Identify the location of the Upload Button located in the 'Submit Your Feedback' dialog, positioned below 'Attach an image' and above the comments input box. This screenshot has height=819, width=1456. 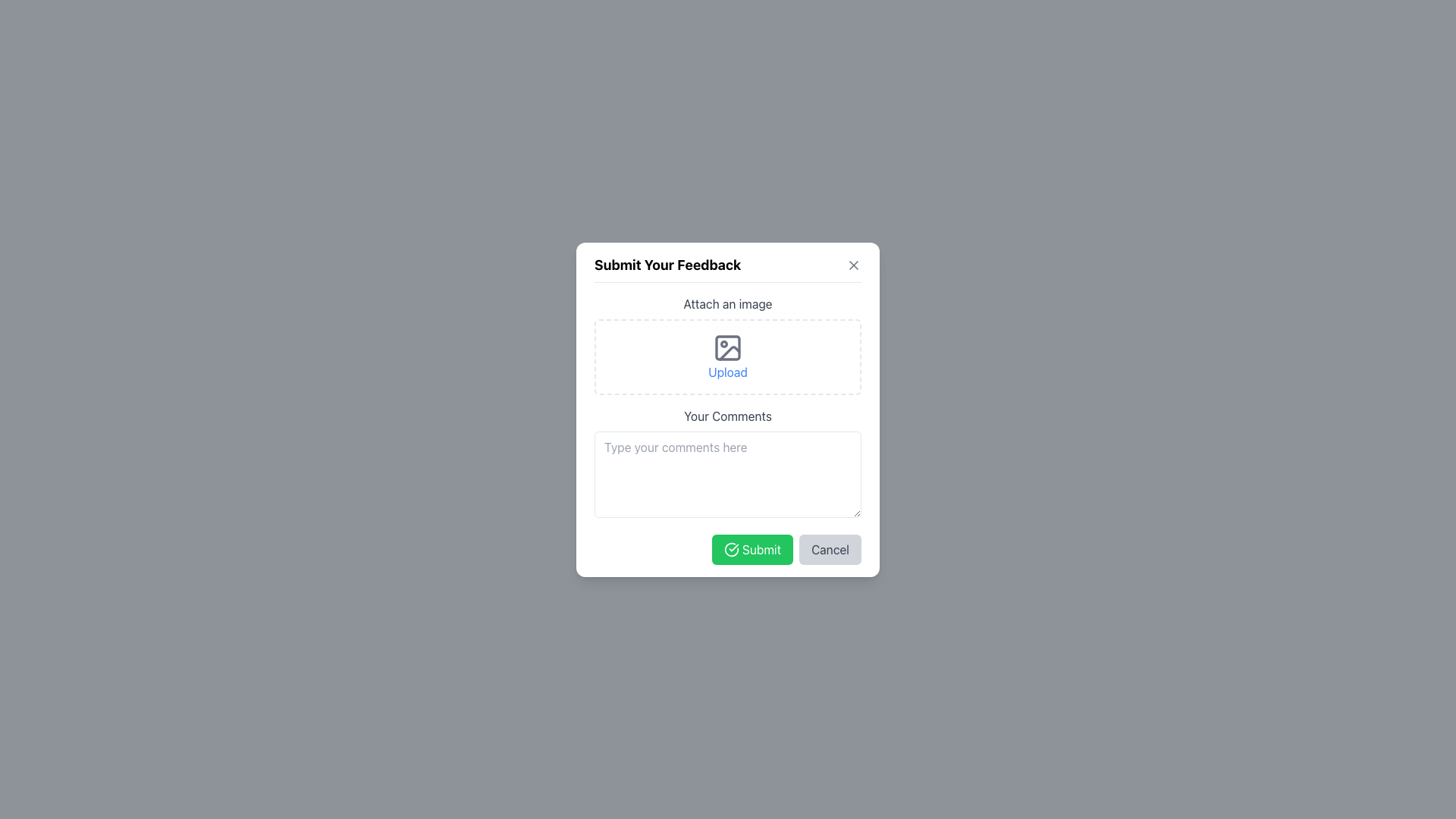
(728, 356).